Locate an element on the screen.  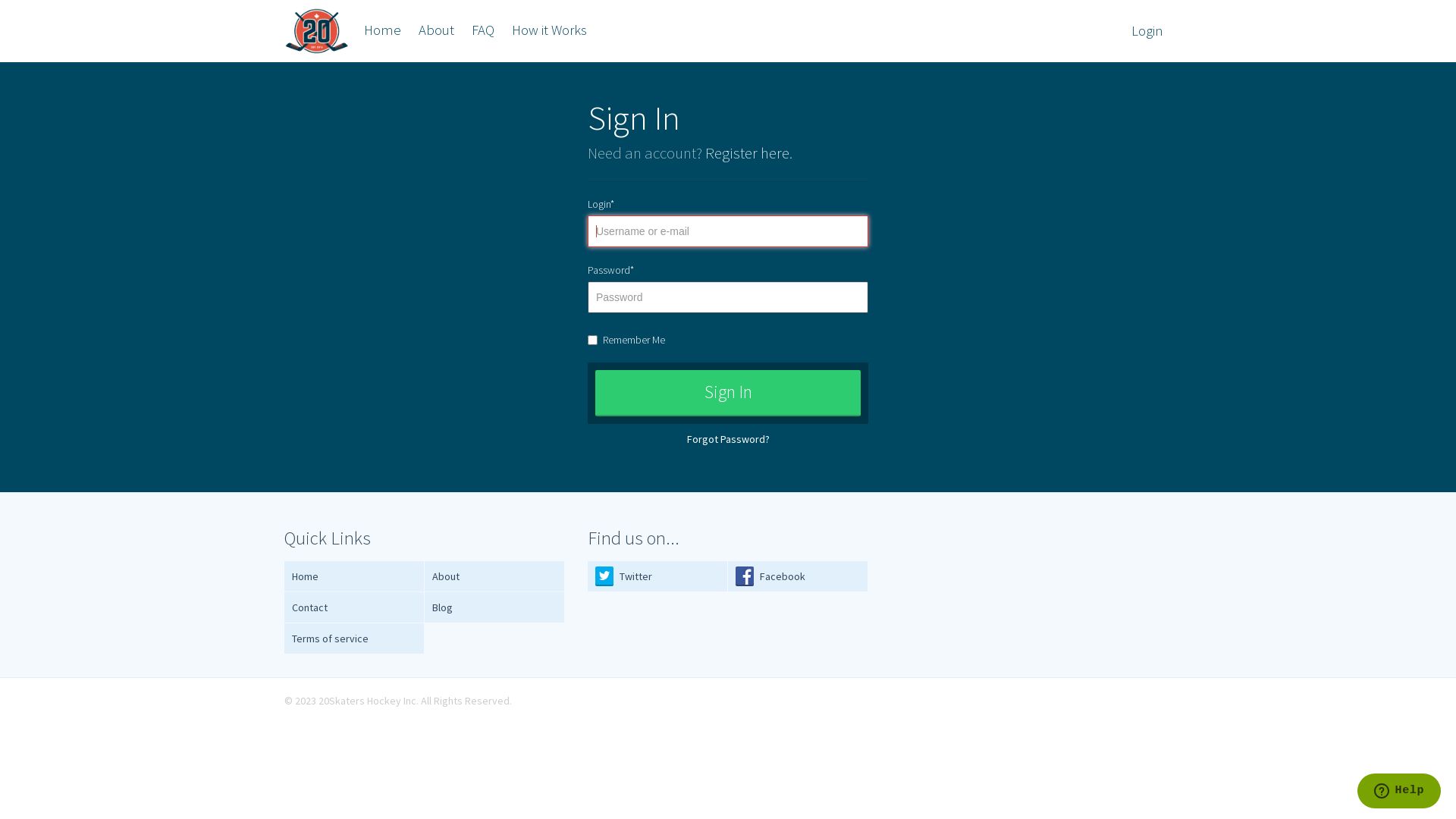
'Contact' is located at coordinates (353, 607).